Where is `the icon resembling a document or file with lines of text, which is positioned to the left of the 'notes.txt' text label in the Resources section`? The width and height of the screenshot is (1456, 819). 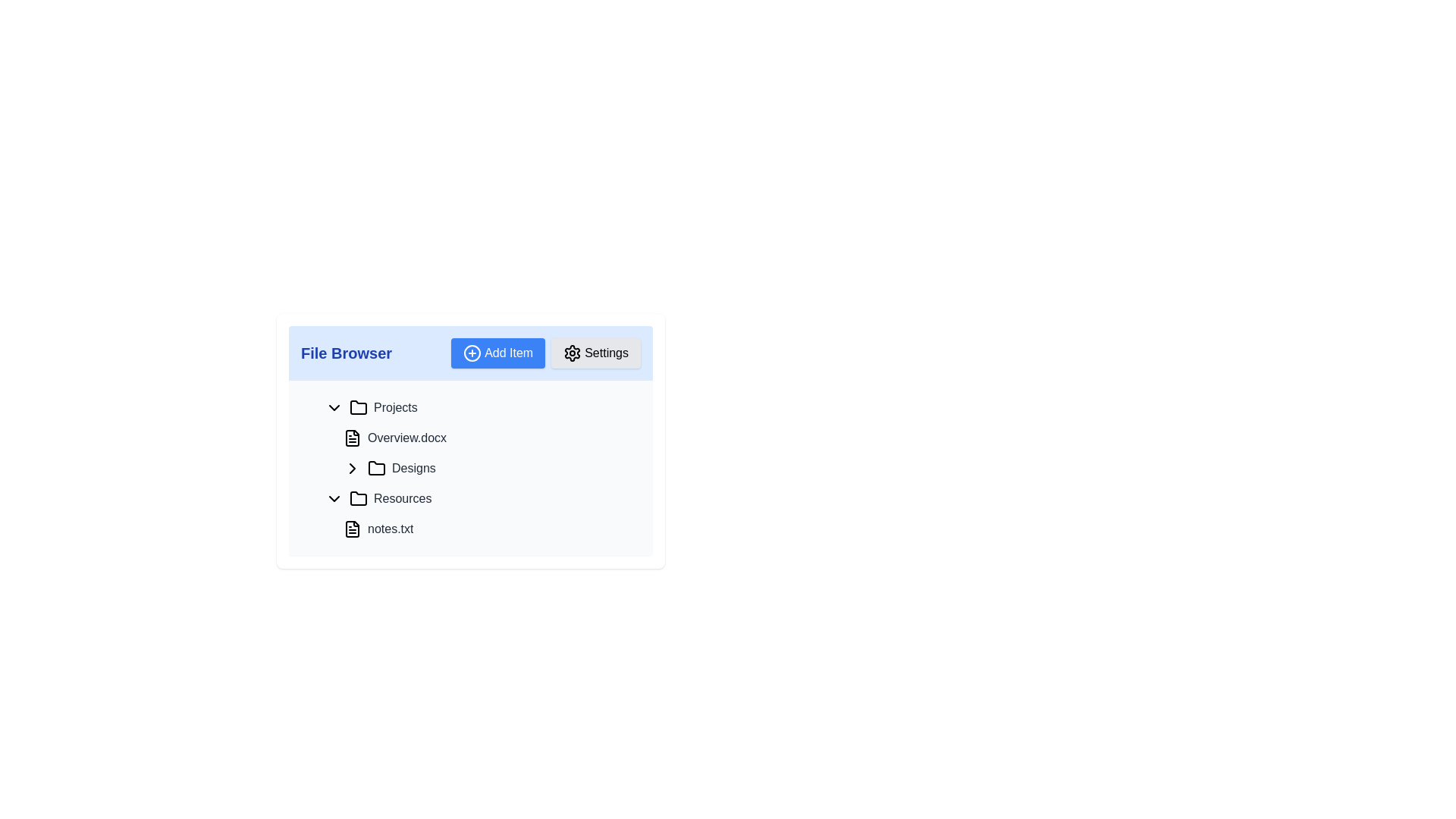 the icon resembling a document or file with lines of text, which is positioned to the left of the 'notes.txt' text label in the Resources section is located at coordinates (352, 529).